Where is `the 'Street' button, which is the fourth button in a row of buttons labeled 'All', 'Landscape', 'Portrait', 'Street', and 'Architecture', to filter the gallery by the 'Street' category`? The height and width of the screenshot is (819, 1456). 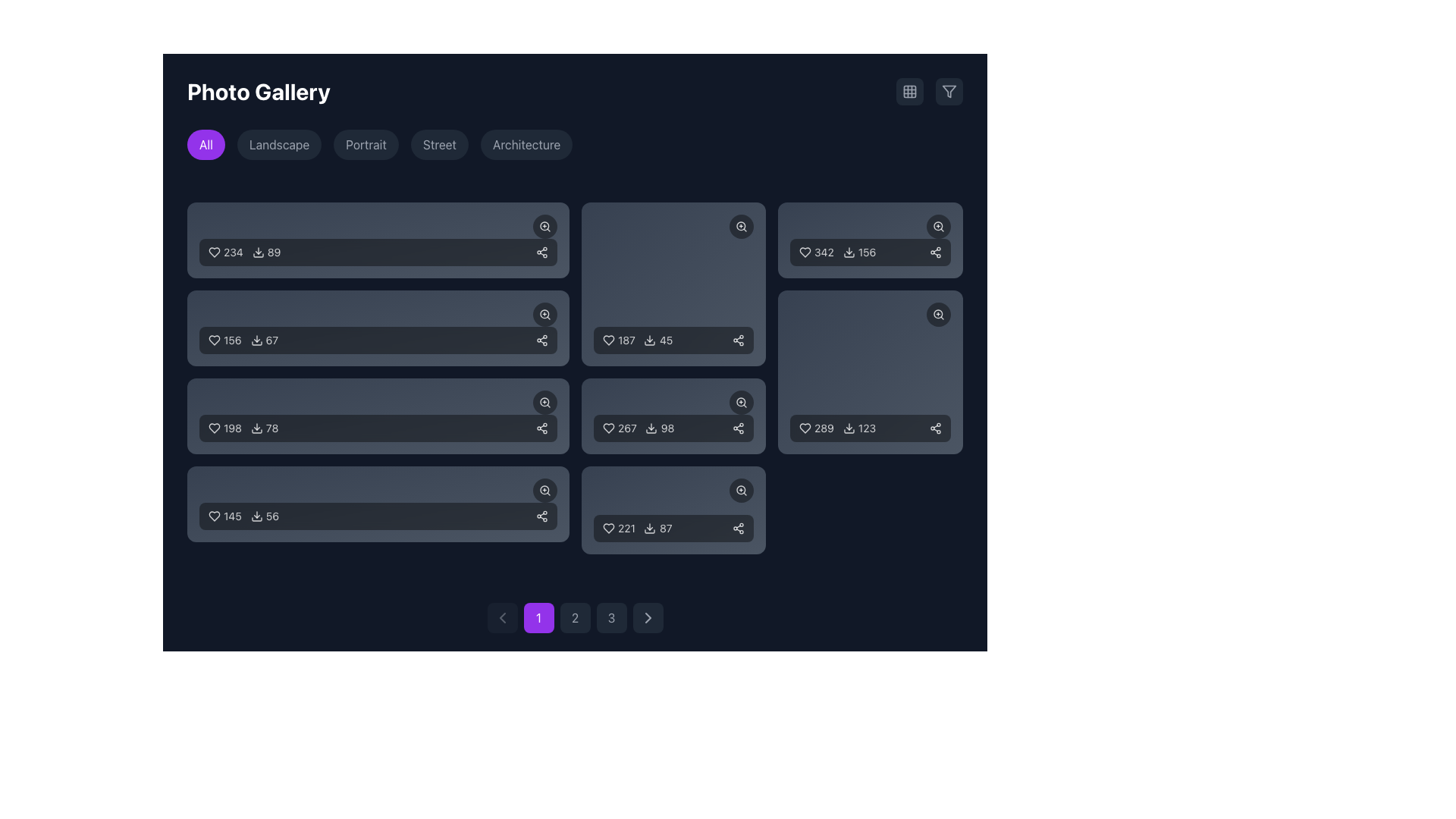
the 'Street' button, which is the fourth button in a row of buttons labeled 'All', 'Landscape', 'Portrait', 'Street', and 'Architecture', to filter the gallery by the 'Street' category is located at coordinates (439, 145).